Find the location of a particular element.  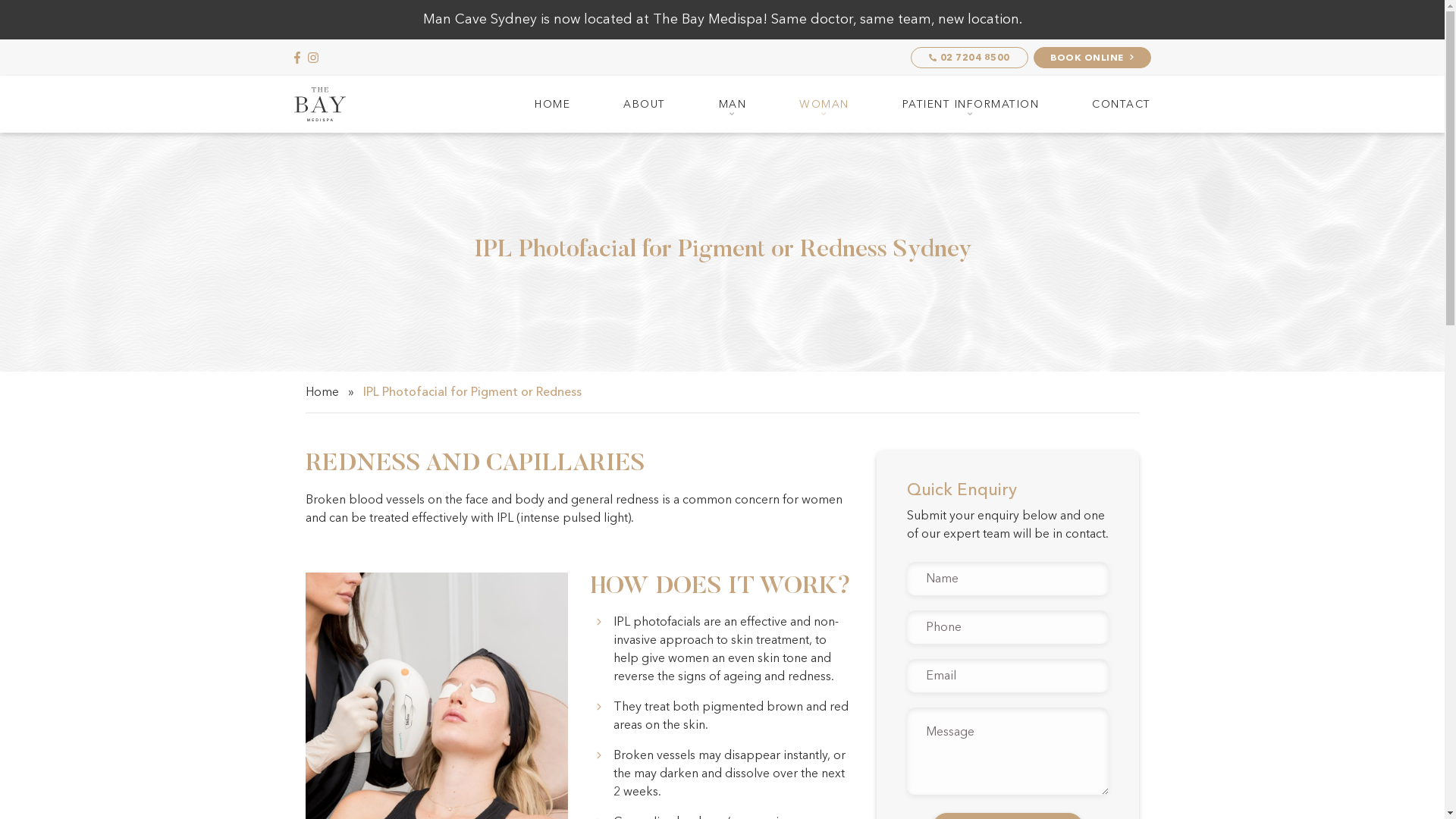

'ABOUT' is located at coordinates (644, 103).